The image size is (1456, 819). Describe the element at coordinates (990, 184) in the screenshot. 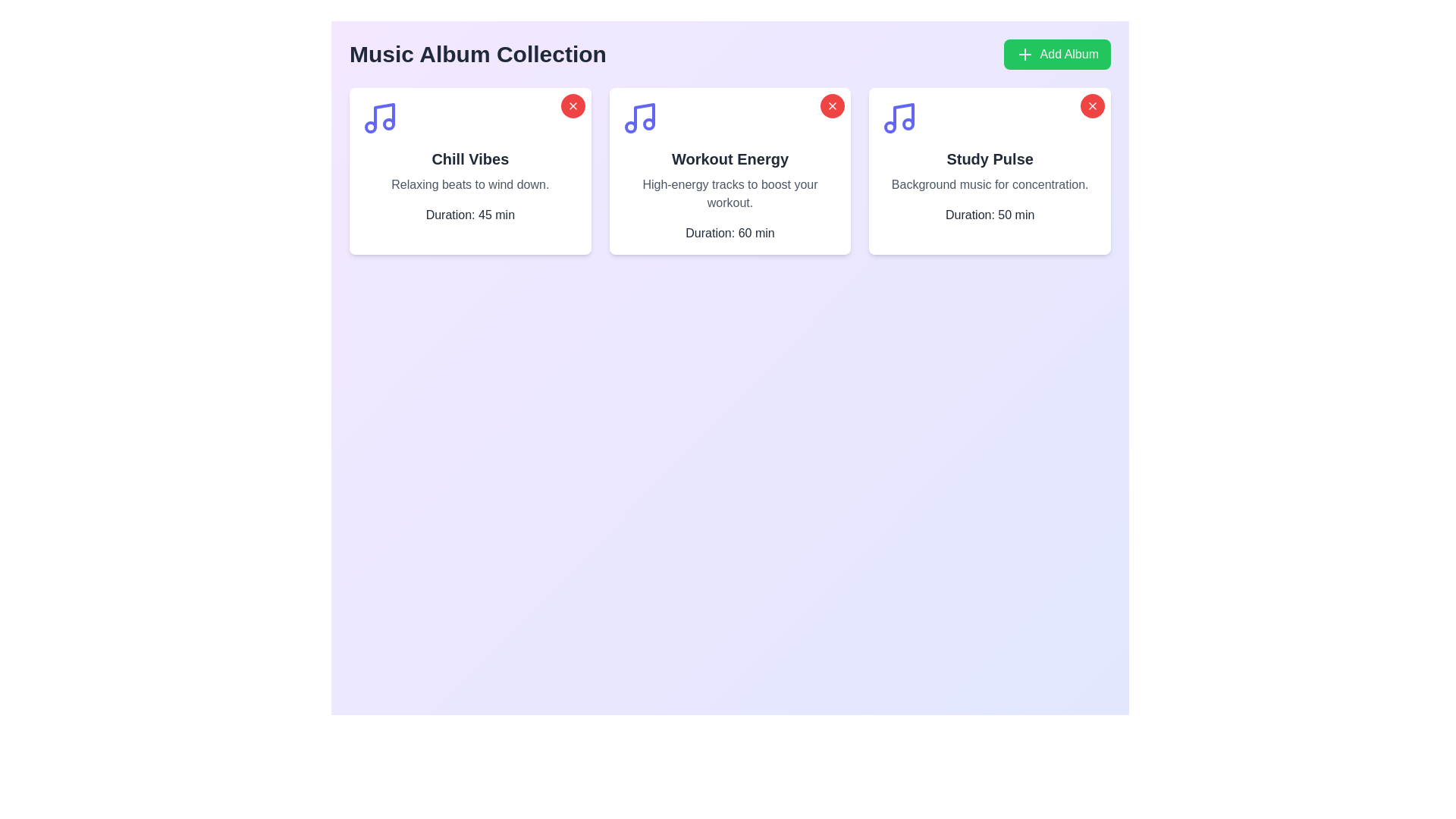

I see `the static text element that provides a brief description for the 'Study Pulse' card, located centrally in the third column of a three-column layout` at that location.